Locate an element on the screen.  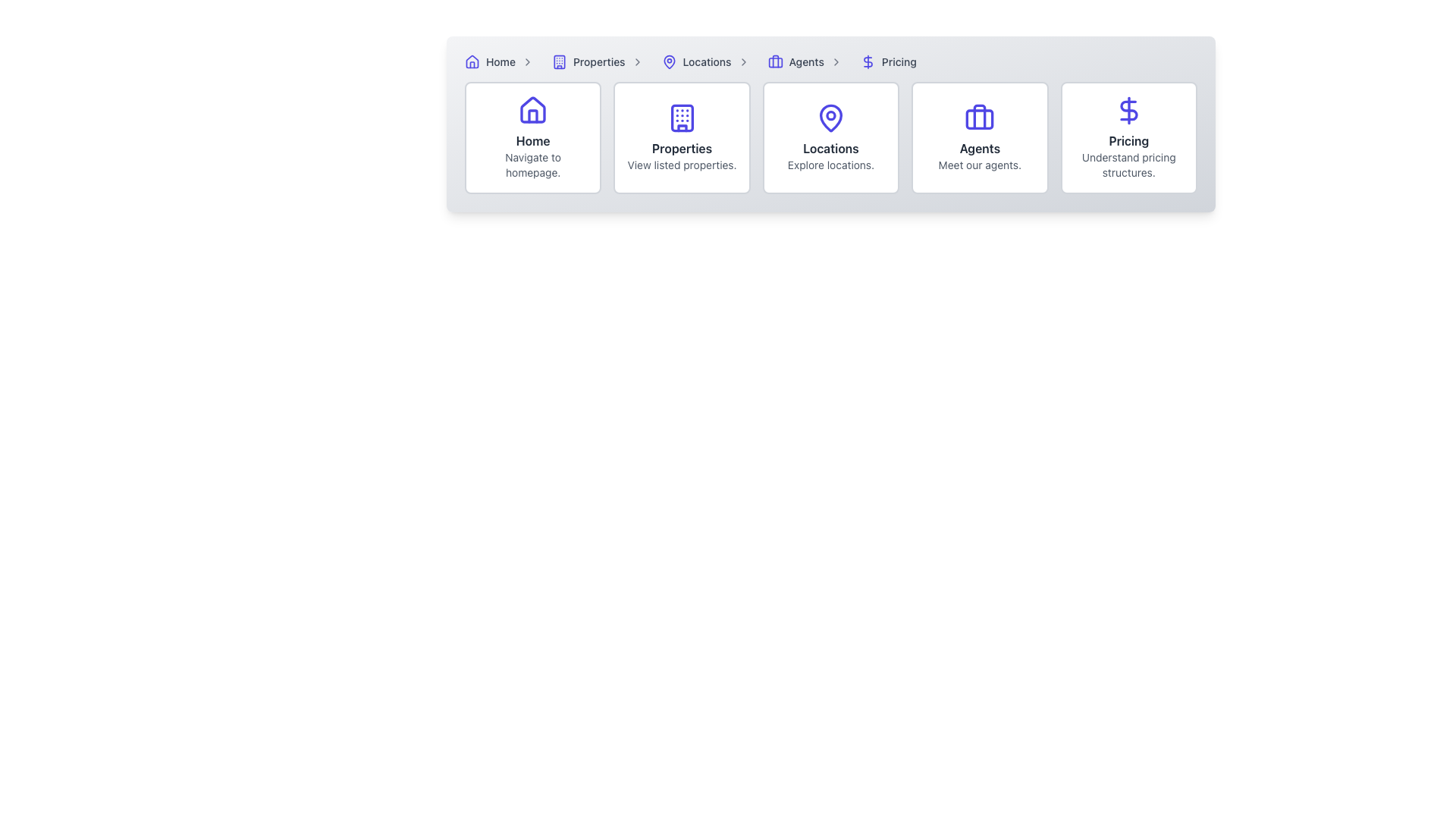
the rightward-pointing chevron icon, which serves as a separator in the breadcrumb navigation, located immediately to the right of the 'Locations' link is located at coordinates (743, 61).